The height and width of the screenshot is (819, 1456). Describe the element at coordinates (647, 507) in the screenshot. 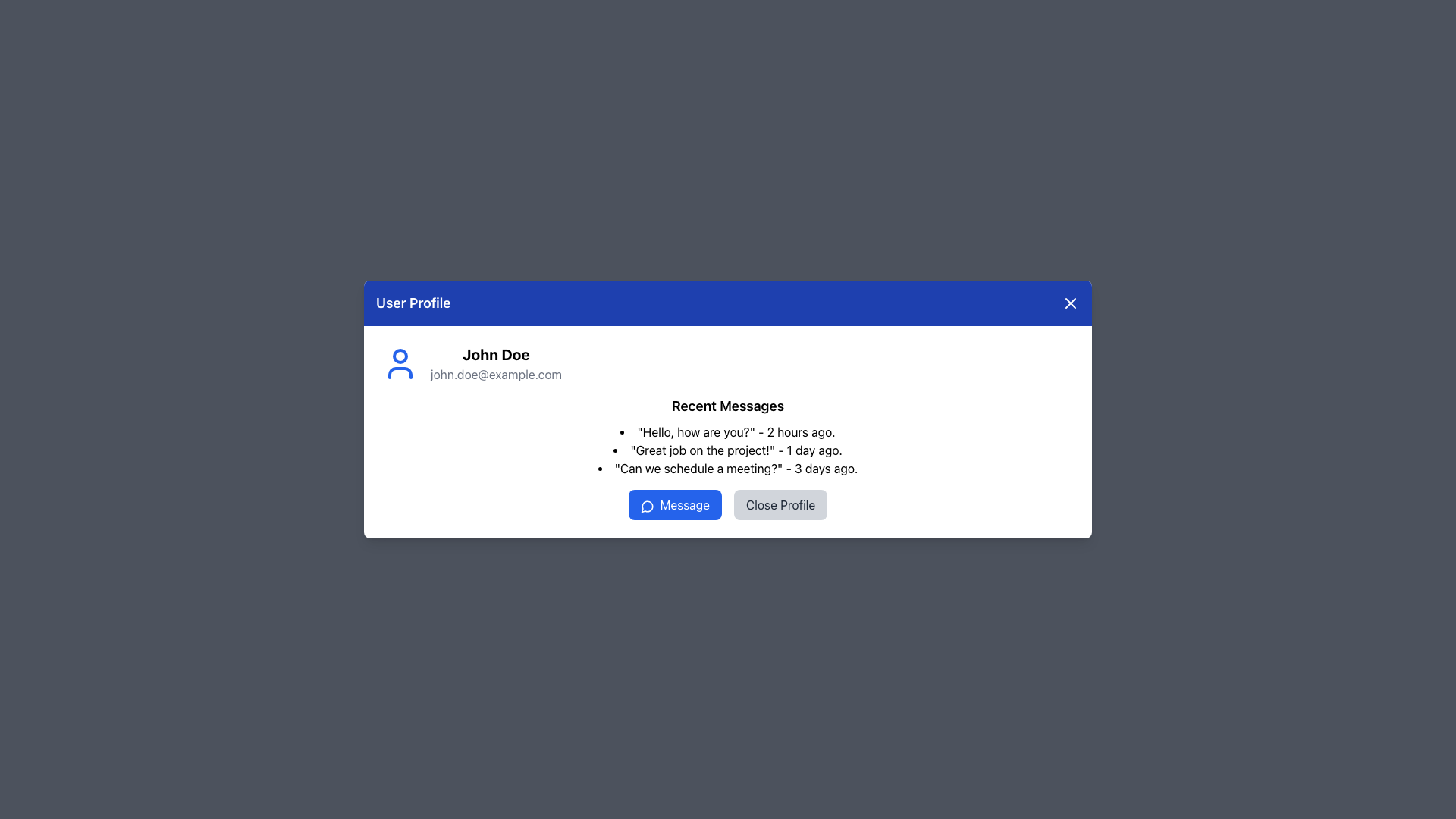

I see `the speech bubble icon, which is a thin black outlined circle with a tail, located within the dialog box to the left of the 'Message' button` at that location.